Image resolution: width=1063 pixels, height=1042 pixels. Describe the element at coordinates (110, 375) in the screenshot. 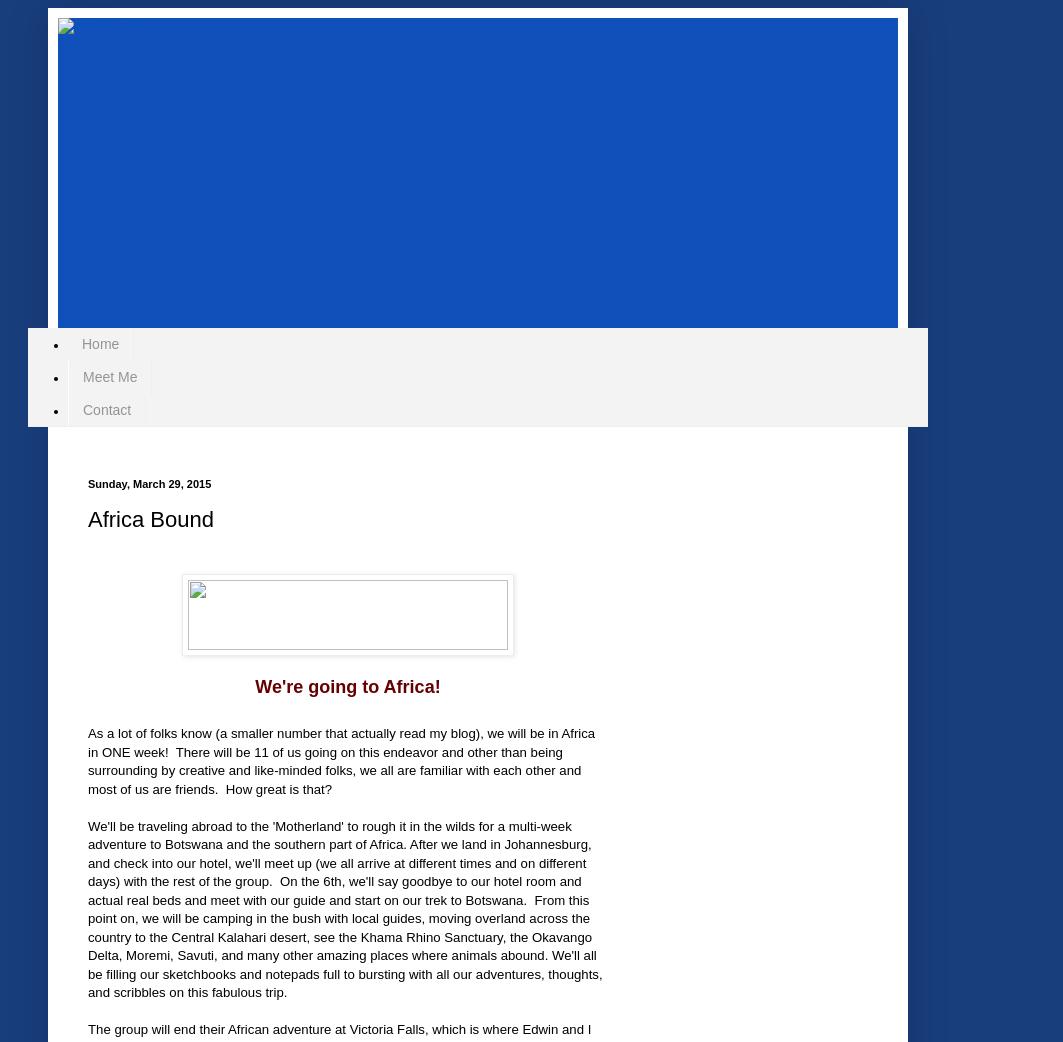

I see `'Meet Me'` at that location.